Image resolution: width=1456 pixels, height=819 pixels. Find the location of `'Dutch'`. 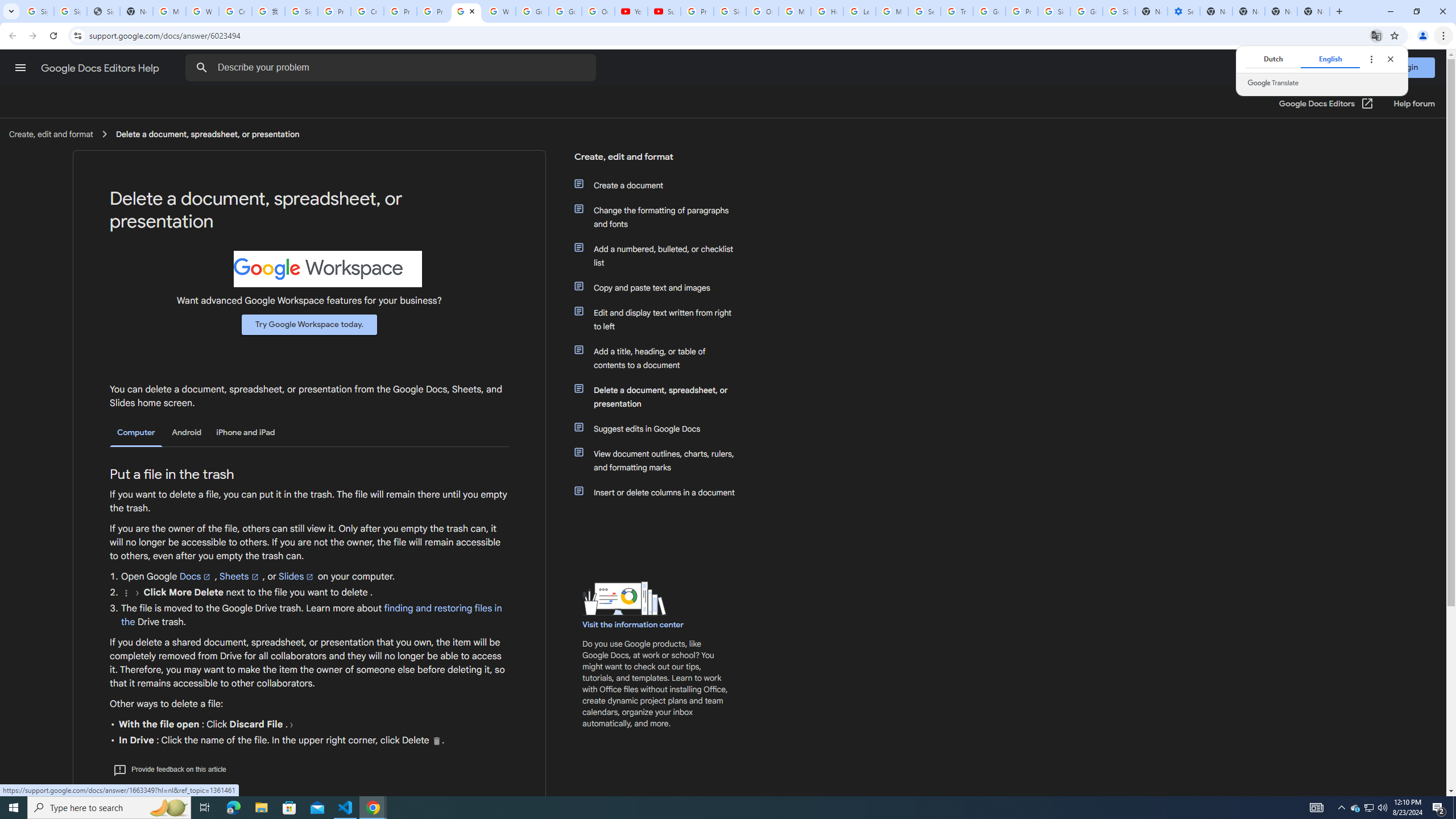

'Dutch' is located at coordinates (1272, 59).